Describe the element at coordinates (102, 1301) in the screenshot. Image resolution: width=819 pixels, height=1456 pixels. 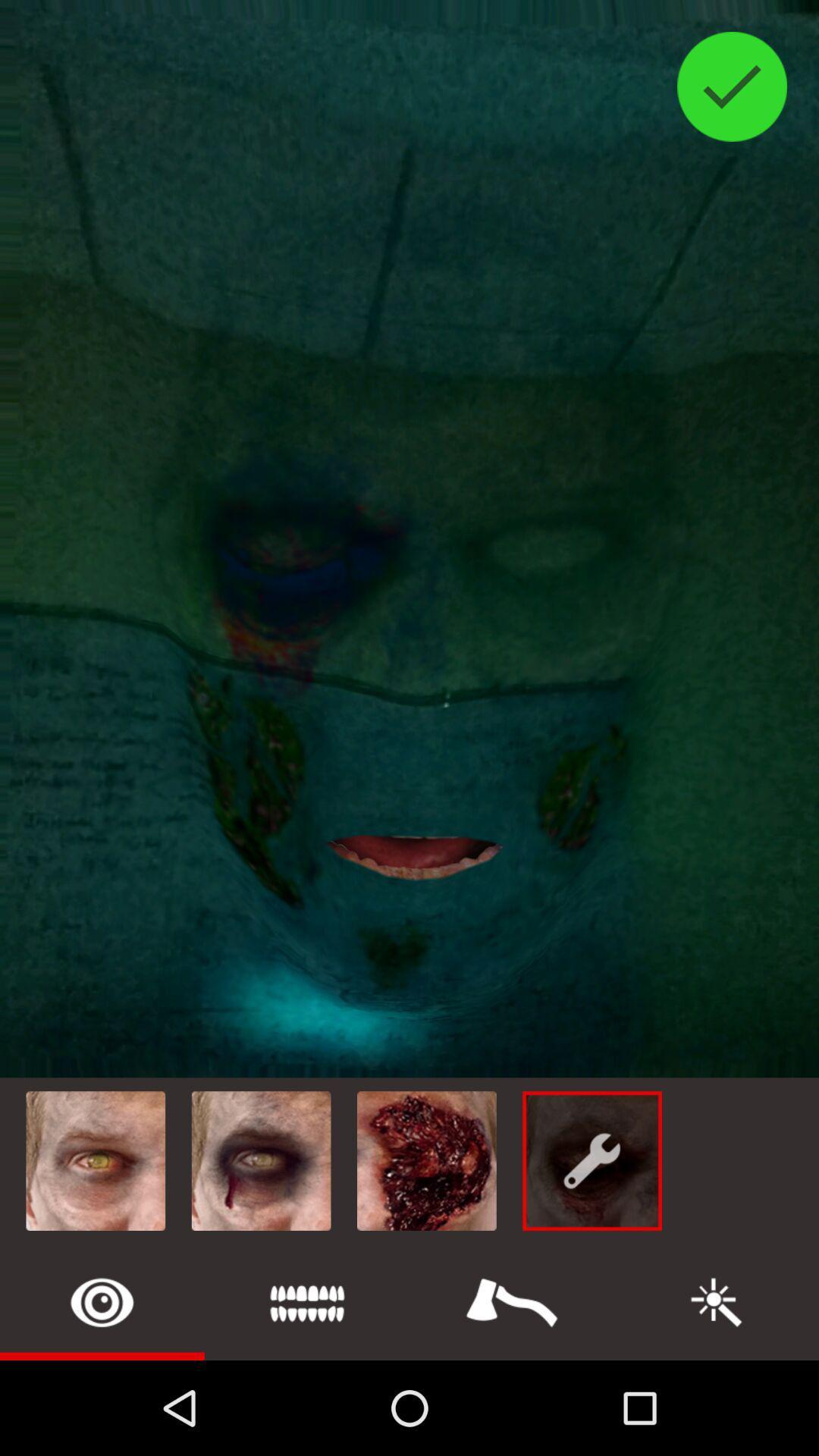
I see `eye style` at that location.